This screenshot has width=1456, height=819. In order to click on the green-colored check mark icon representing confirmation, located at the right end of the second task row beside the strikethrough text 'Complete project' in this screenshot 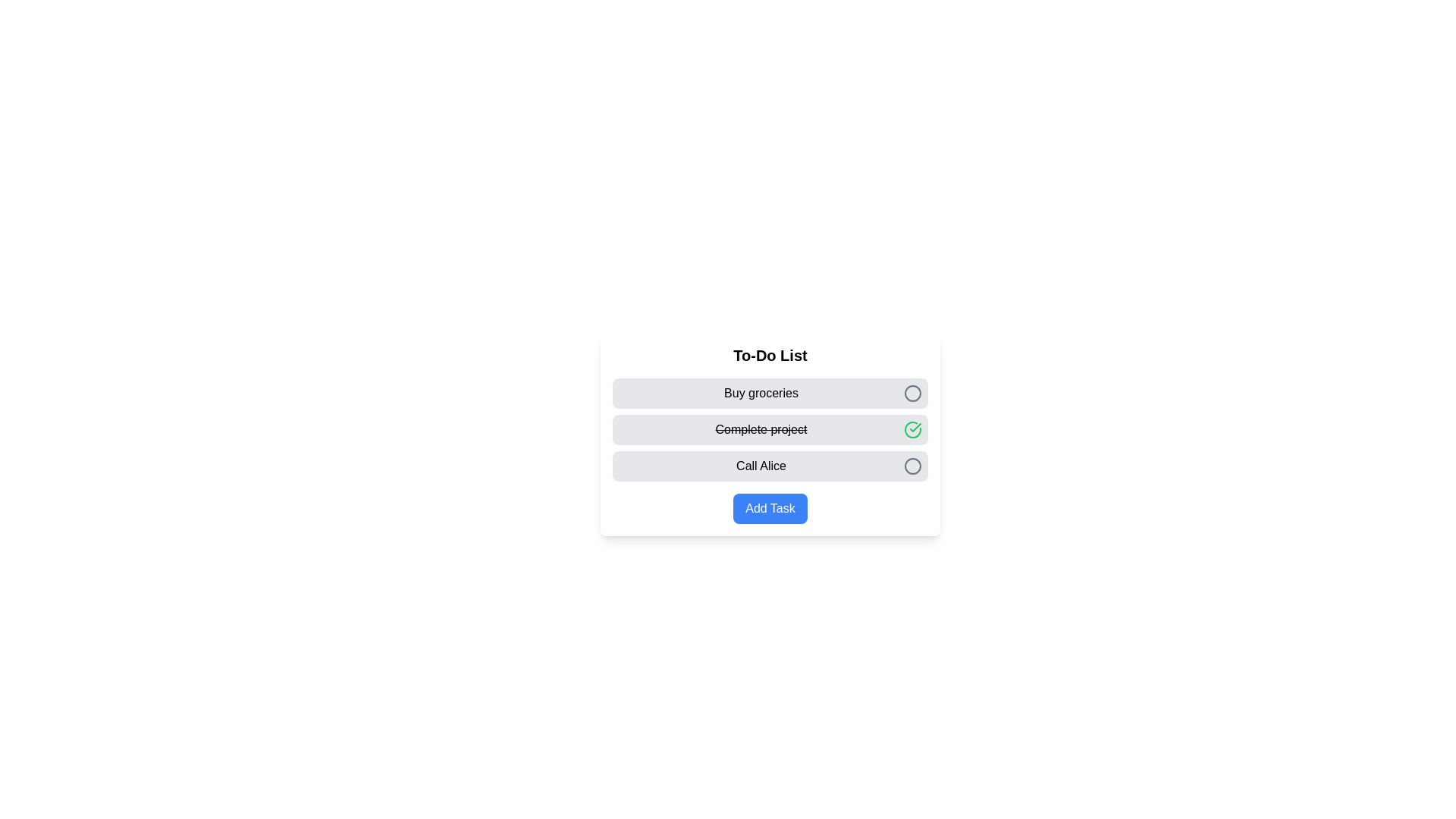, I will do `click(915, 427)`.